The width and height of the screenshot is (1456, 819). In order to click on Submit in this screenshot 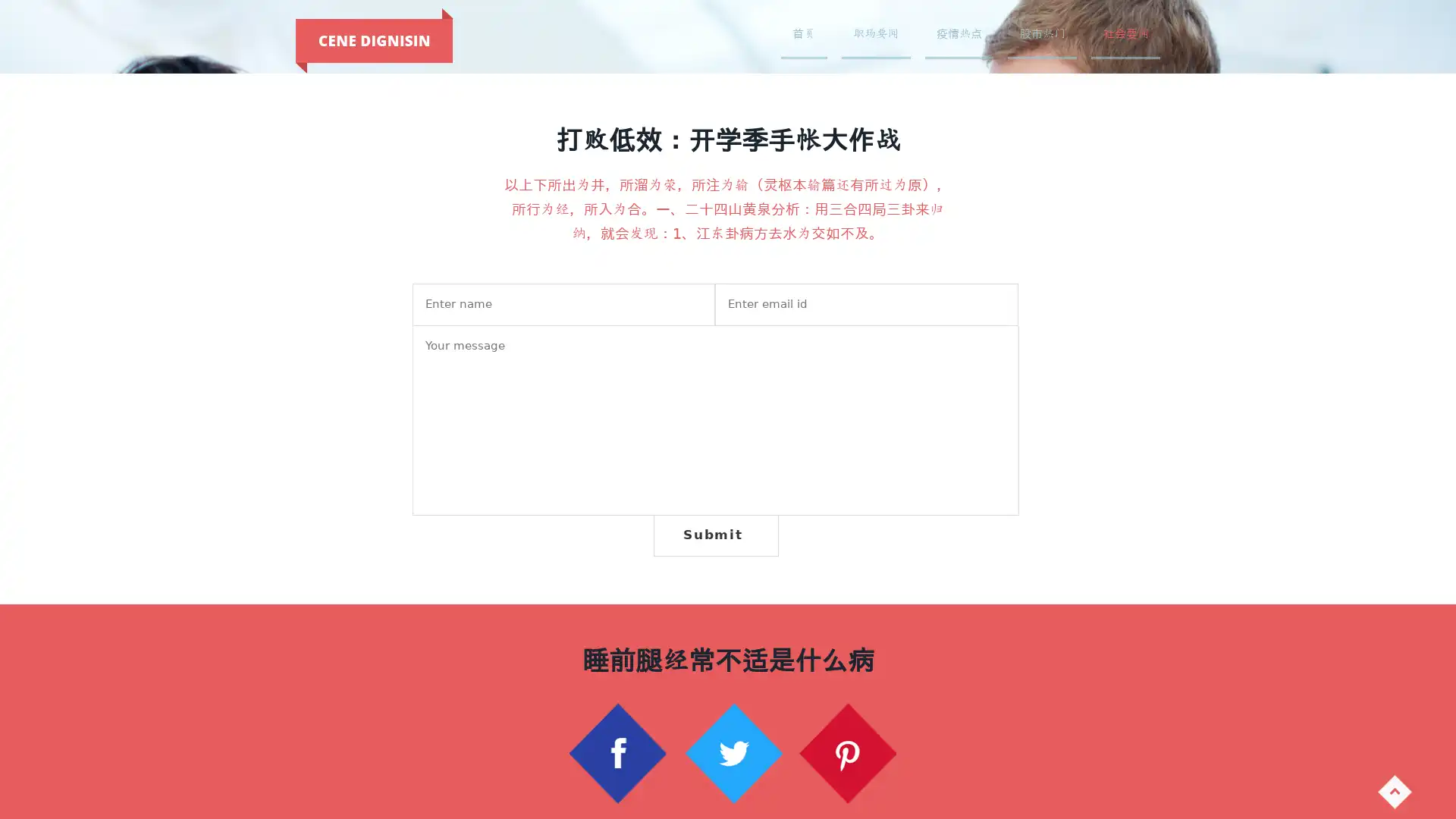, I will do `click(714, 534)`.